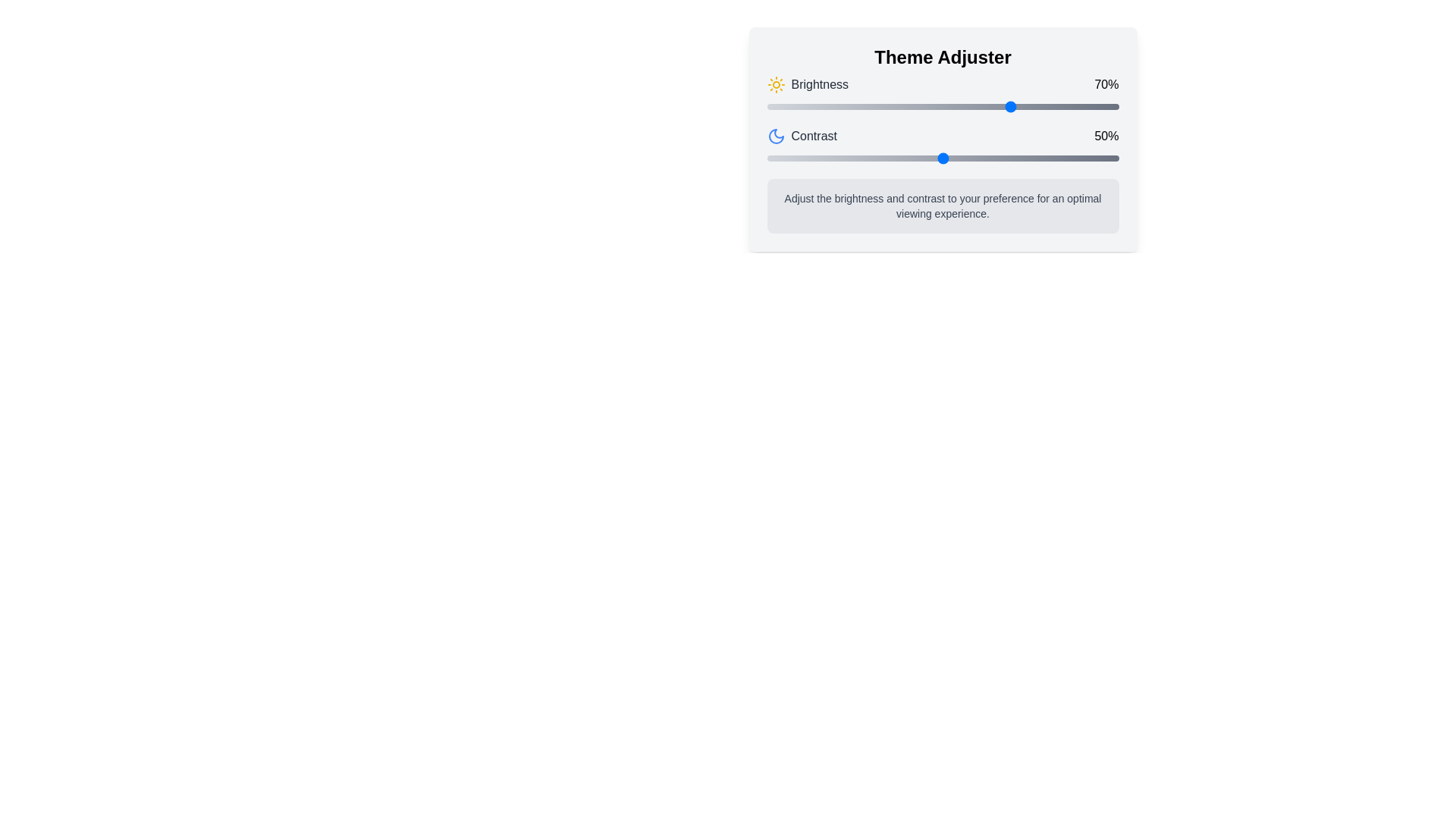  What do you see at coordinates (942, 136) in the screenshot?
I see `the Contrast adjustment section` at bounding box center [942, 136].